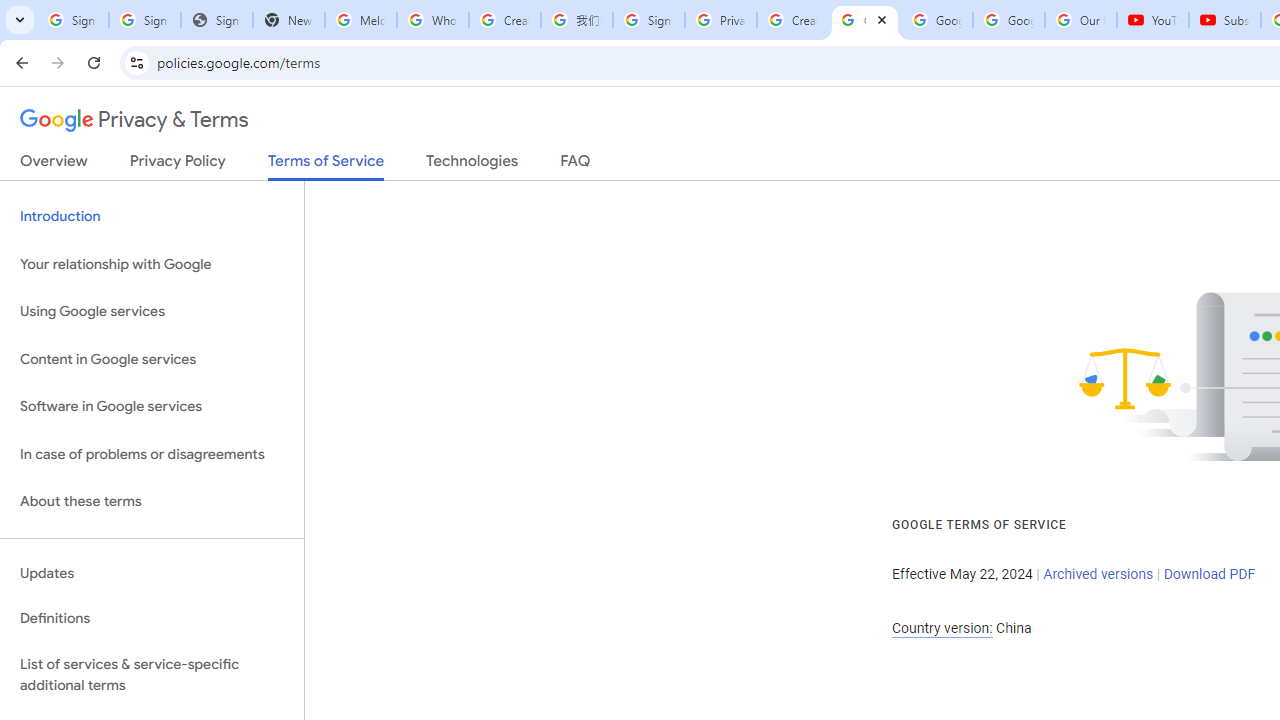 The image size is (1280, 720). I want to click on 'Using Google services', so click(151, 312).